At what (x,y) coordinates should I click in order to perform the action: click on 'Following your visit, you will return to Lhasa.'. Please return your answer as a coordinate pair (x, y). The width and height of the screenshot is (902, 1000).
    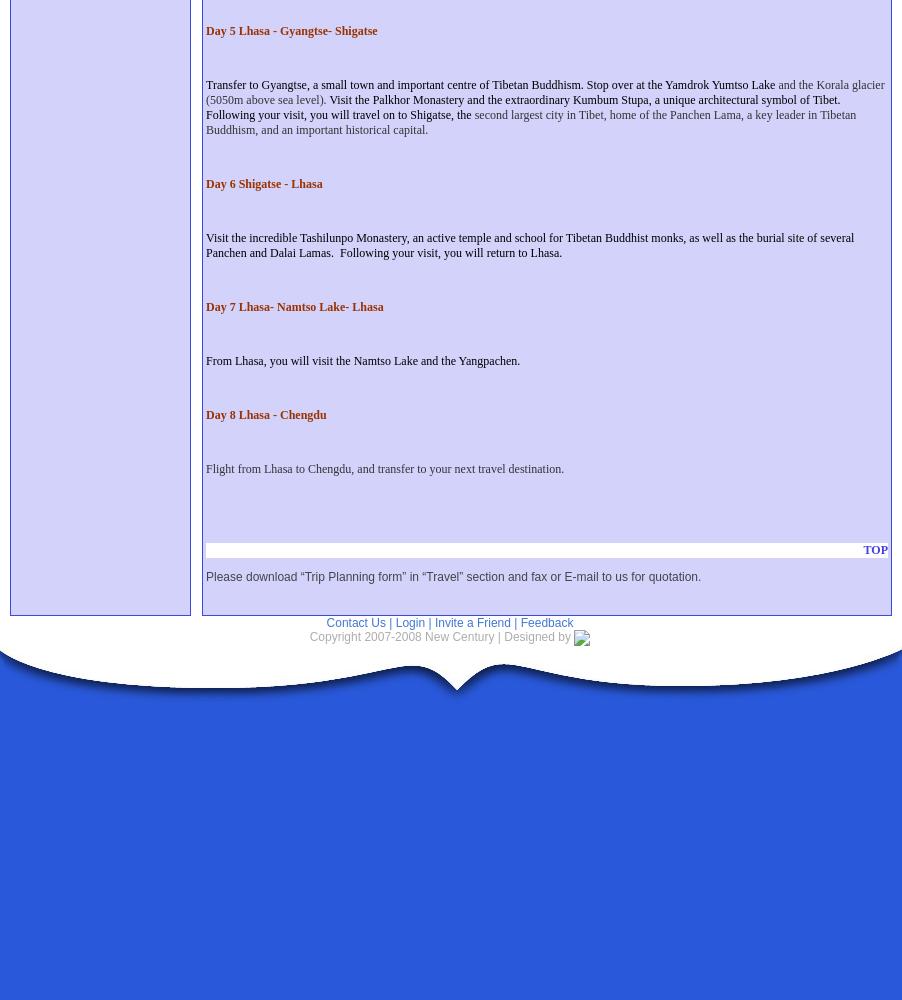
    Looking at the image, I should click on (450, 253).